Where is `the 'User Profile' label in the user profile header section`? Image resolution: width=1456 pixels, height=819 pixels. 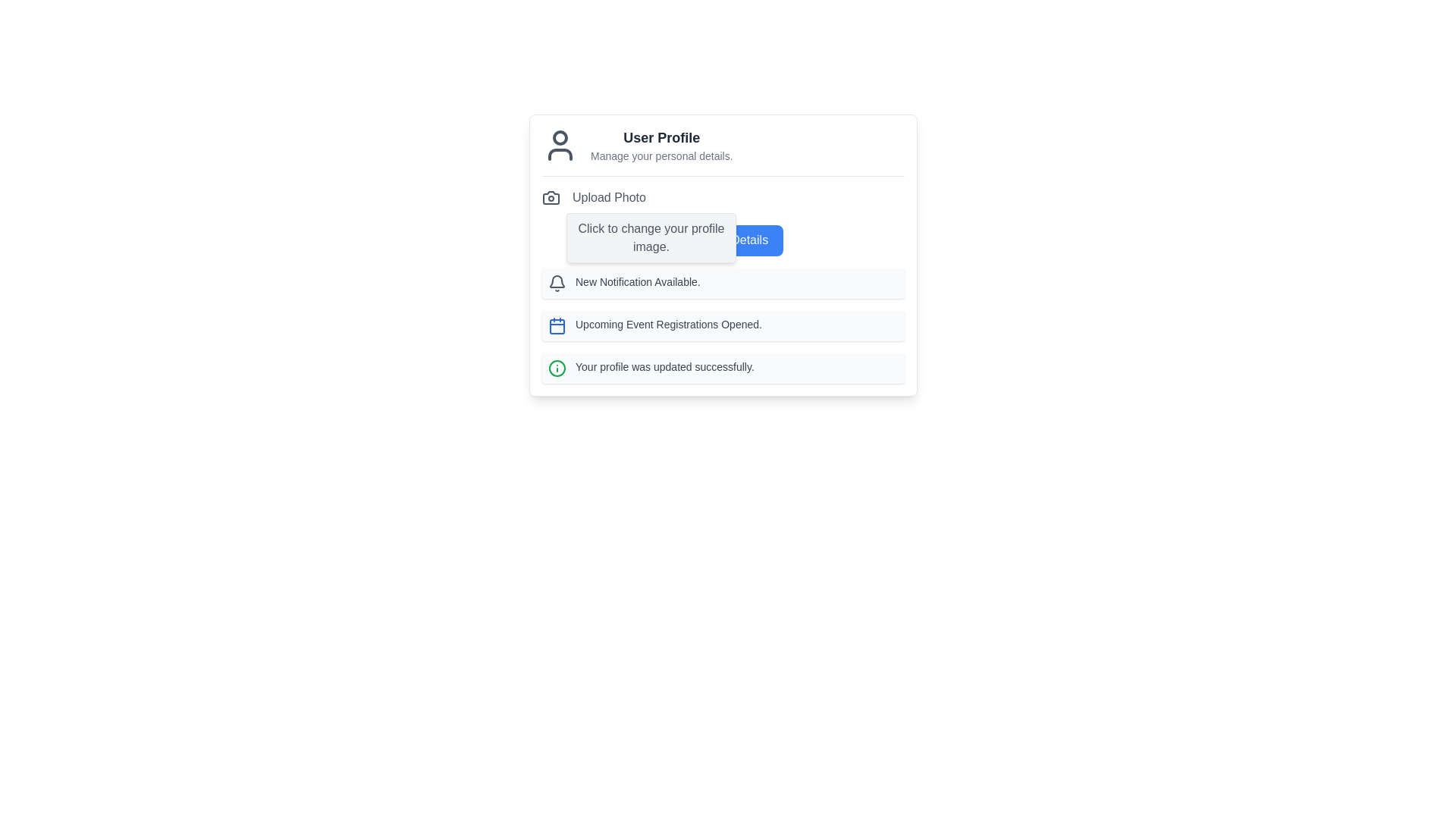
the 'User Profile' label in the user profile header section is located at coordinates (723, 152).